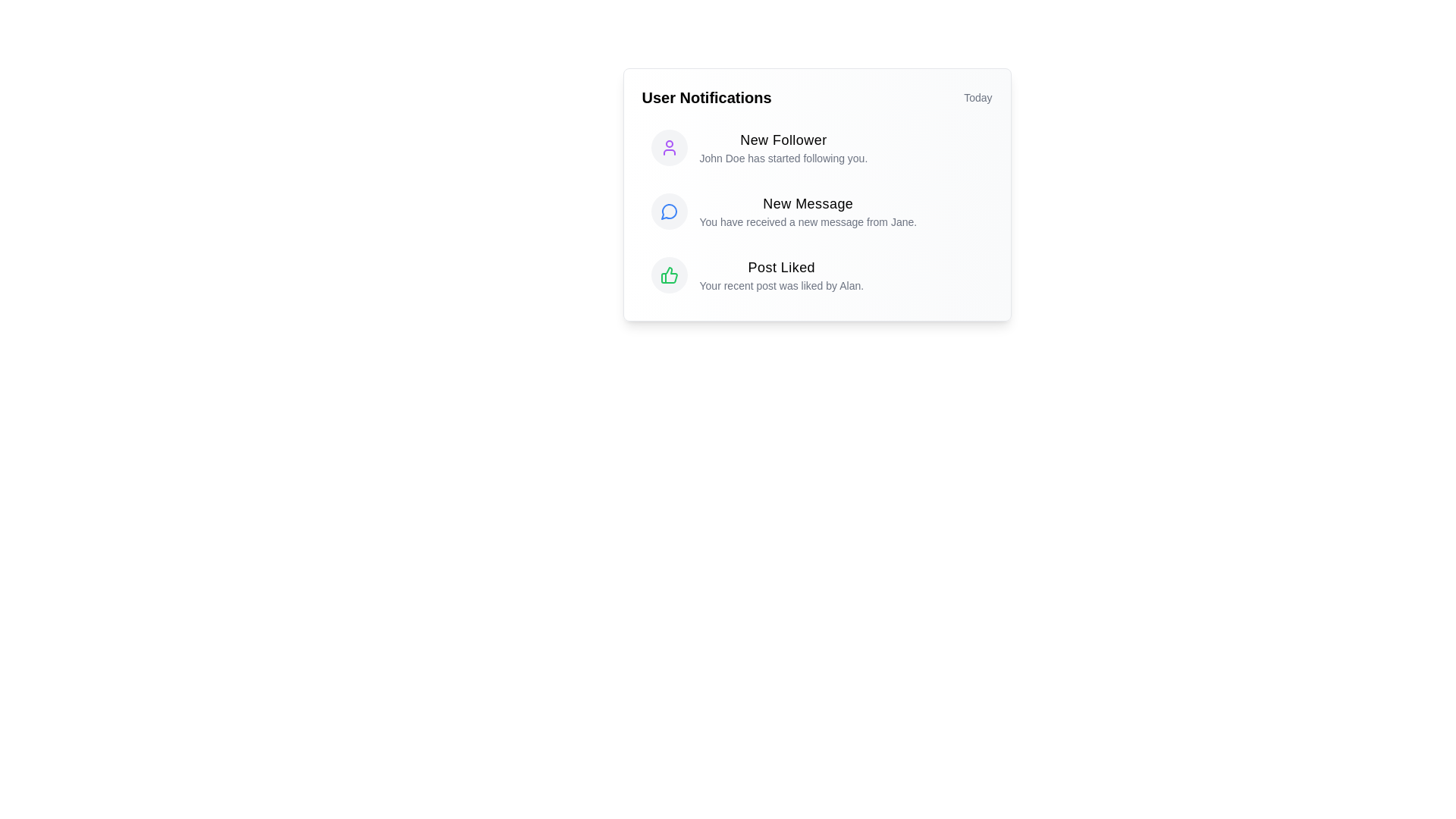 This screenshot has width=1456, height=819. Describe the element at coordinates (668, 211) in the screenshot. I see `the 'New Message' notification icon located to the left of the text indicating a new message from Jane` at that location.